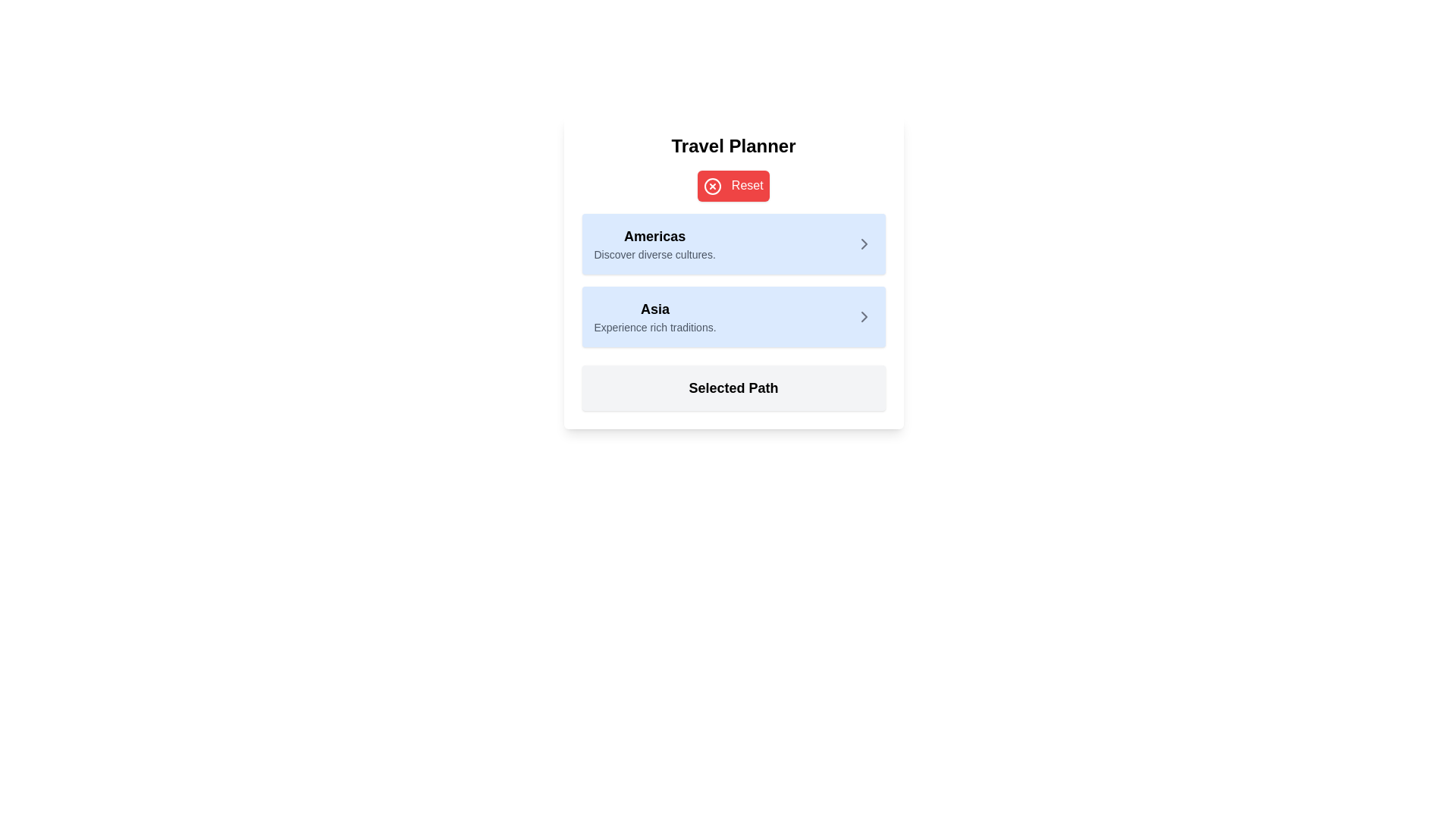 The image size is (1456, 819). What do you see at coordinates (655, 308) in the screenshot?
I see `the bold text label displaying 'Asia', which is the primary title in the second selectable list item under the 'Travel Planner' section, below 'Americas'` at bounding box center [655, 308].